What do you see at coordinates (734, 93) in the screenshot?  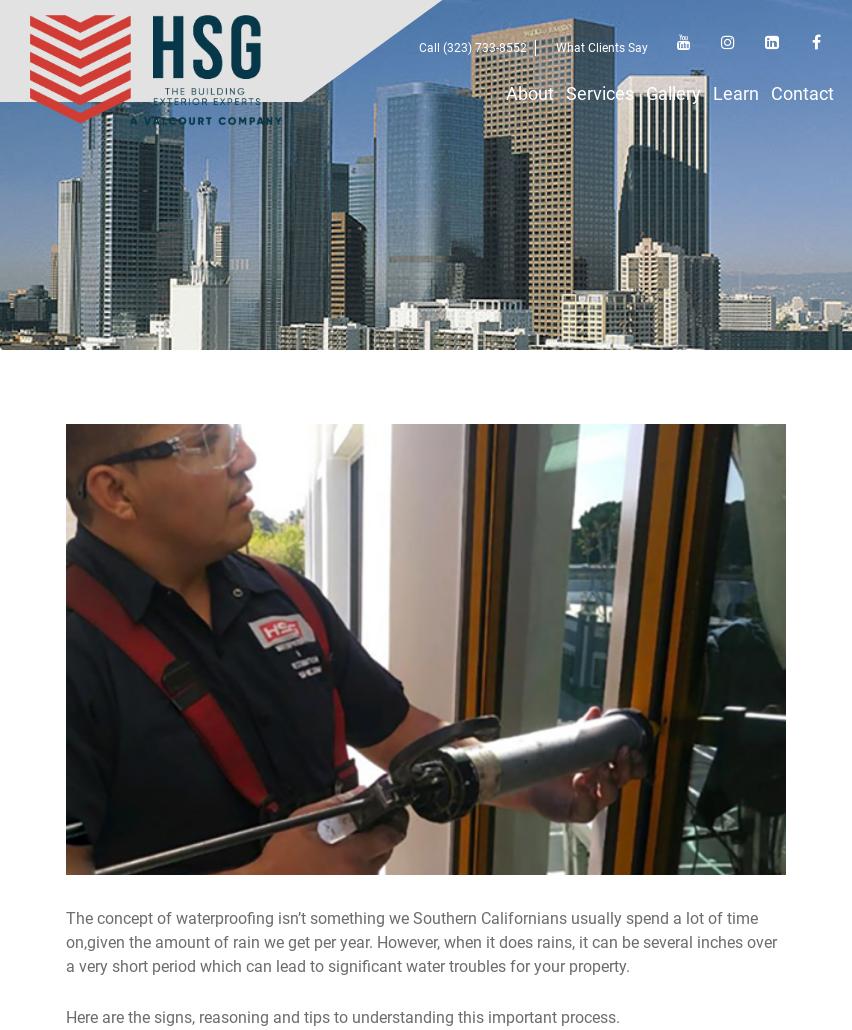 I see `'Learn'` at bounding box center [734, 93].